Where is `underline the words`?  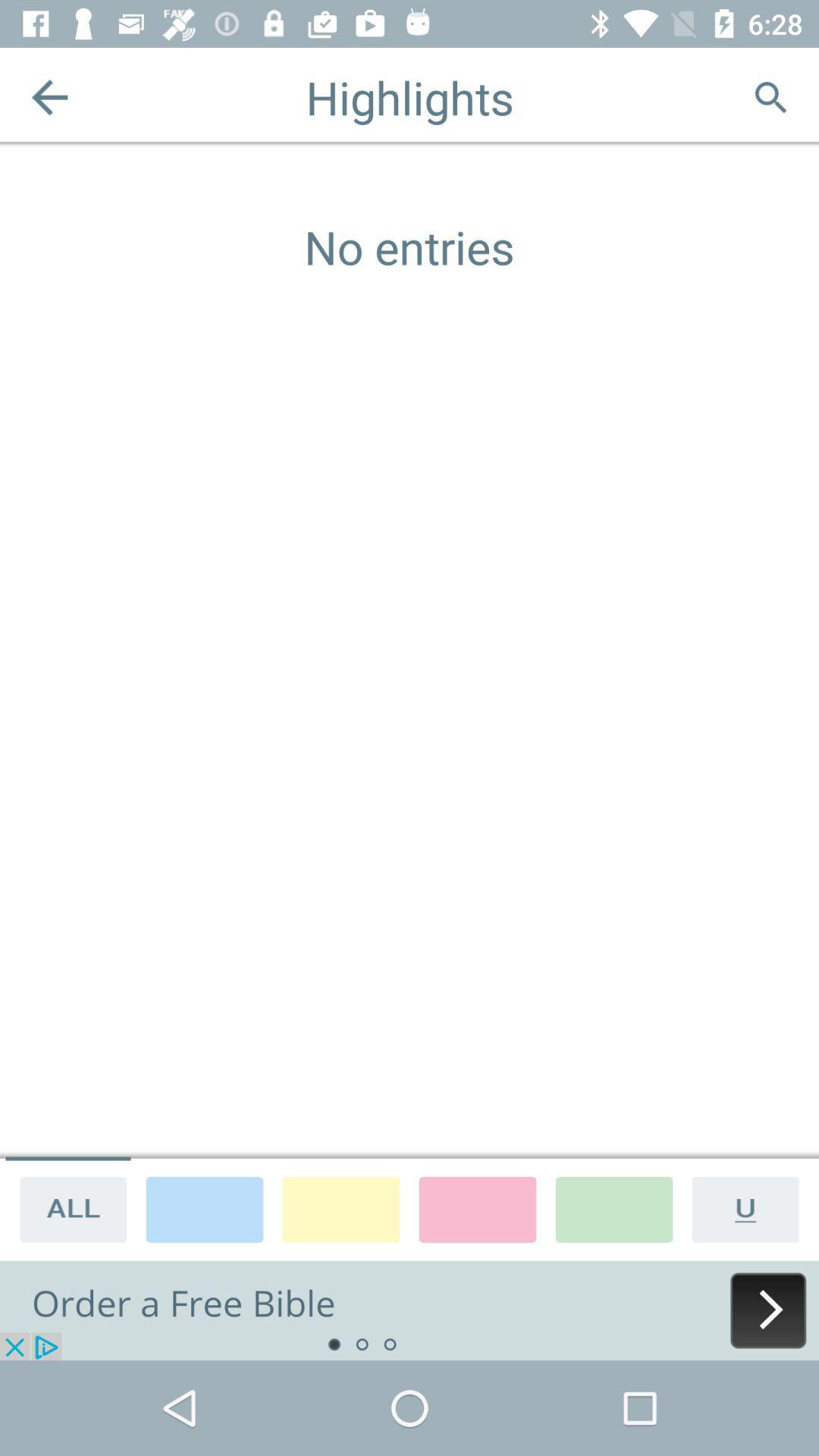 underline the words is located at coordinates (751, 1208).